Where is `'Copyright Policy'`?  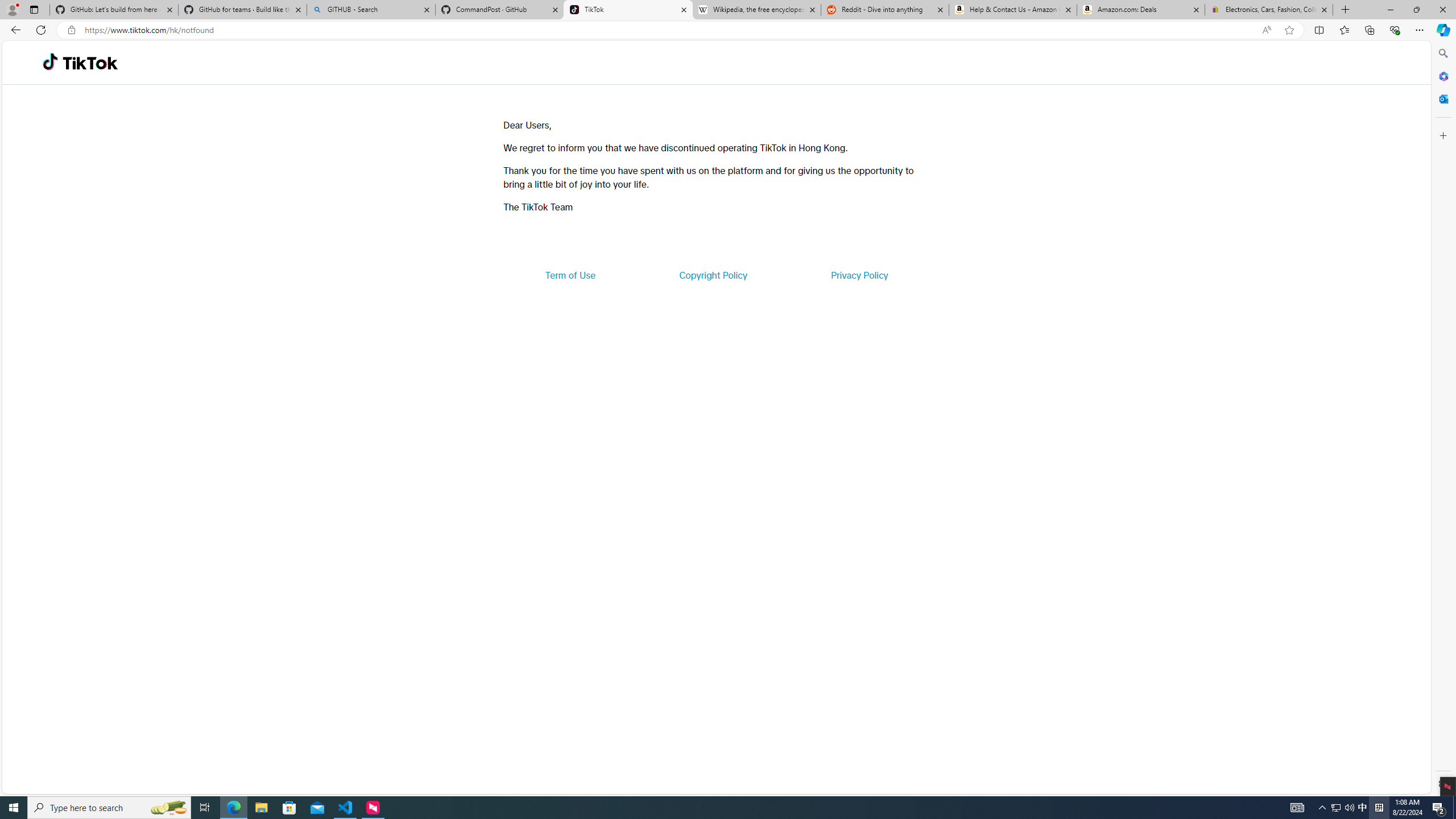 'Copyright Policy' is located at coordinates (712, 274).